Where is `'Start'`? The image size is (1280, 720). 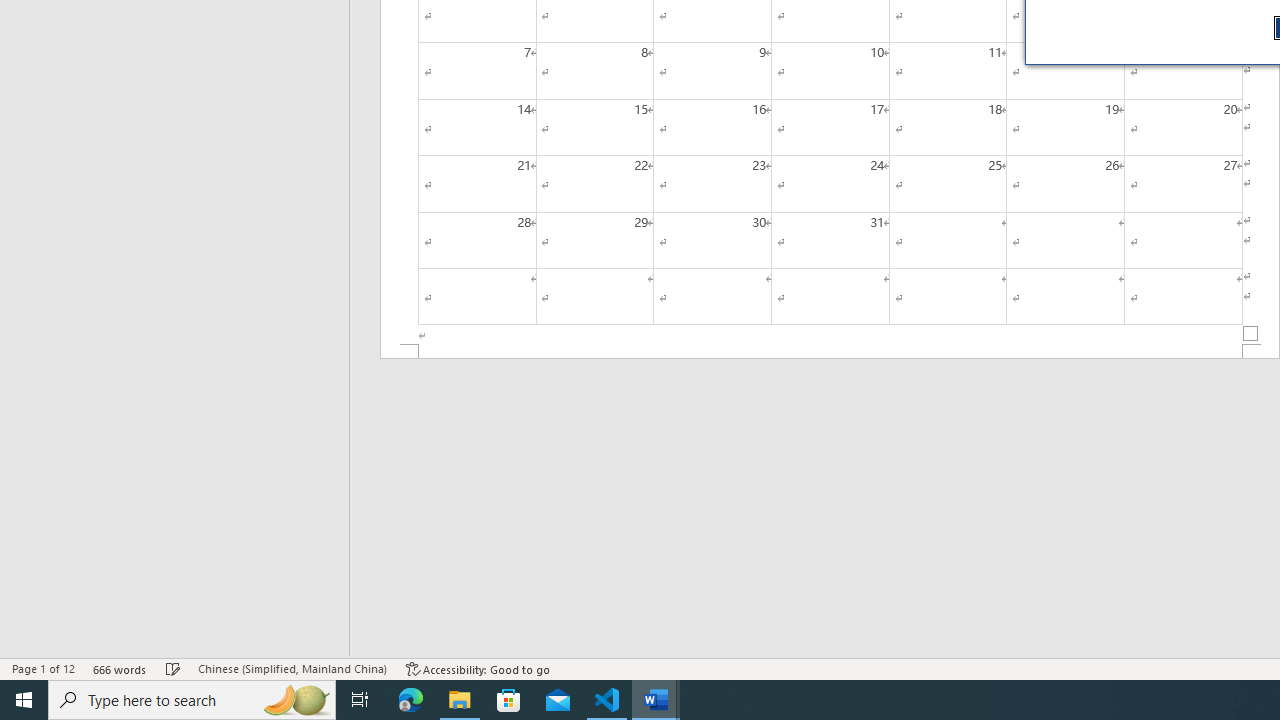
'Start' is located at coordinates (24, 698).